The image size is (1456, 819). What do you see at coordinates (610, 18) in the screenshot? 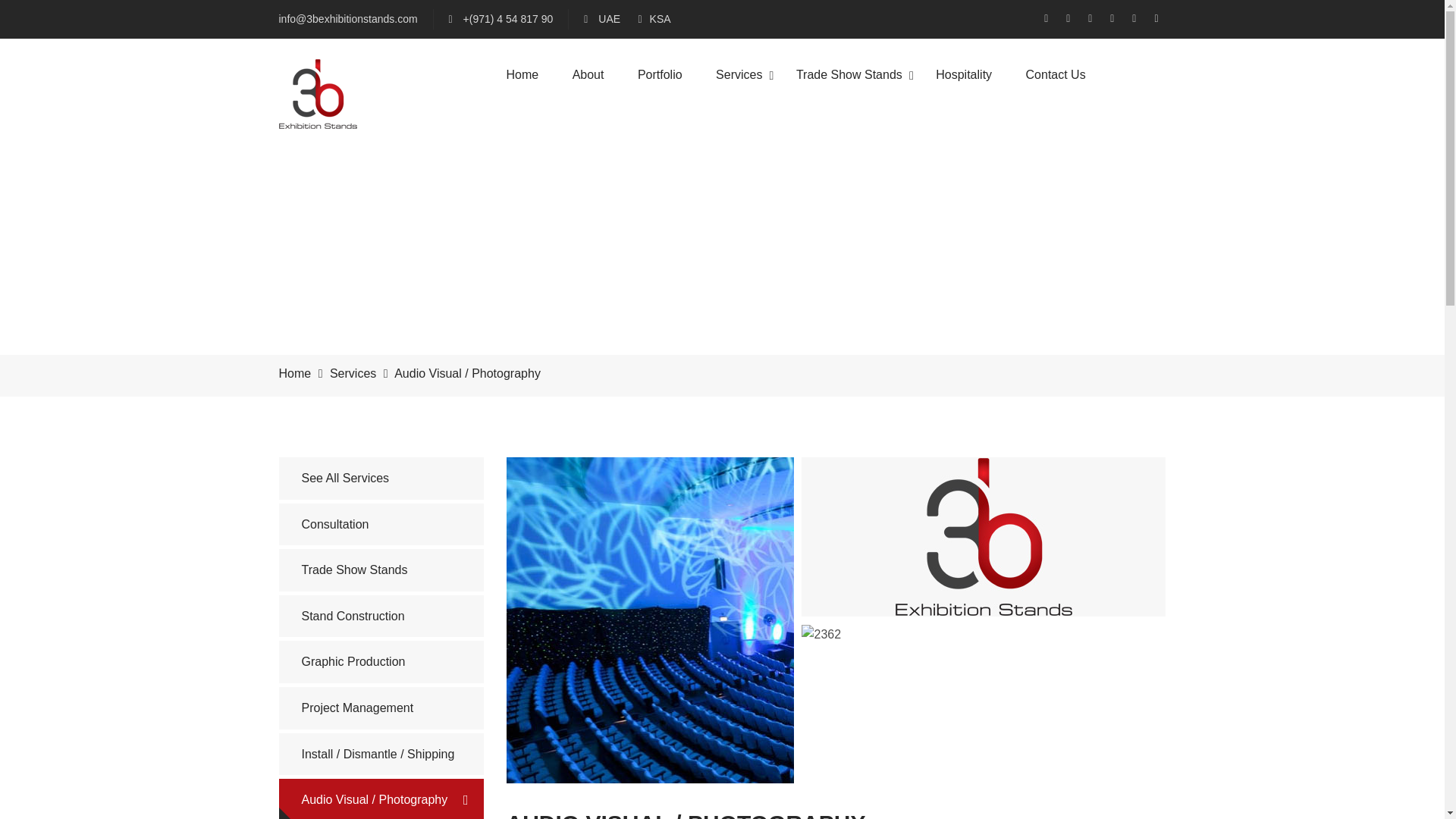
I see `'UAE'` at bounding box center [610, 18].